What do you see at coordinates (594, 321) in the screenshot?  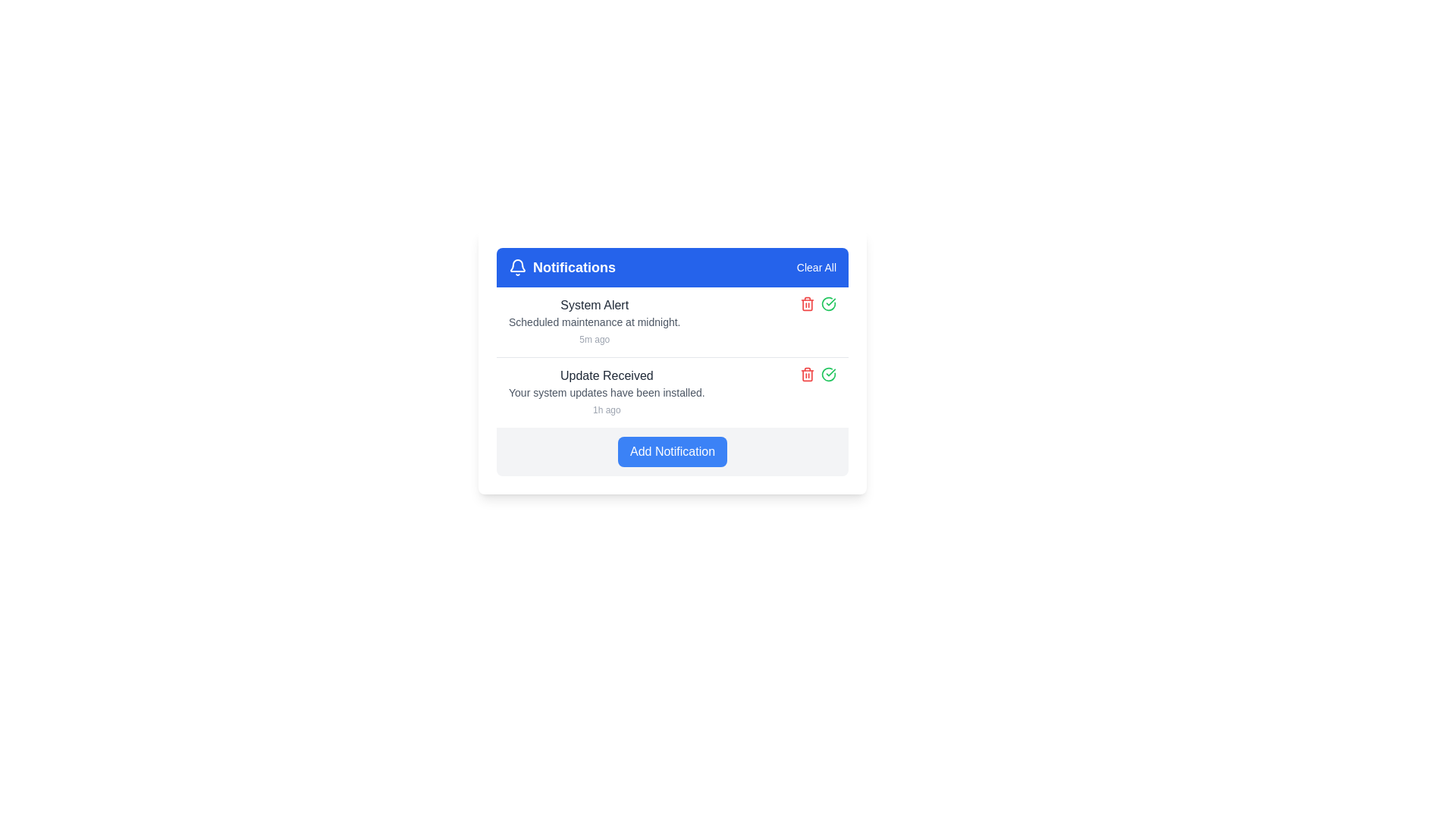 I see `alert message from the Notification Item that displays 'System Alert', 'Scheduled maintenance at midnight.', and '5m ago'` at bounding box center [594, 321].